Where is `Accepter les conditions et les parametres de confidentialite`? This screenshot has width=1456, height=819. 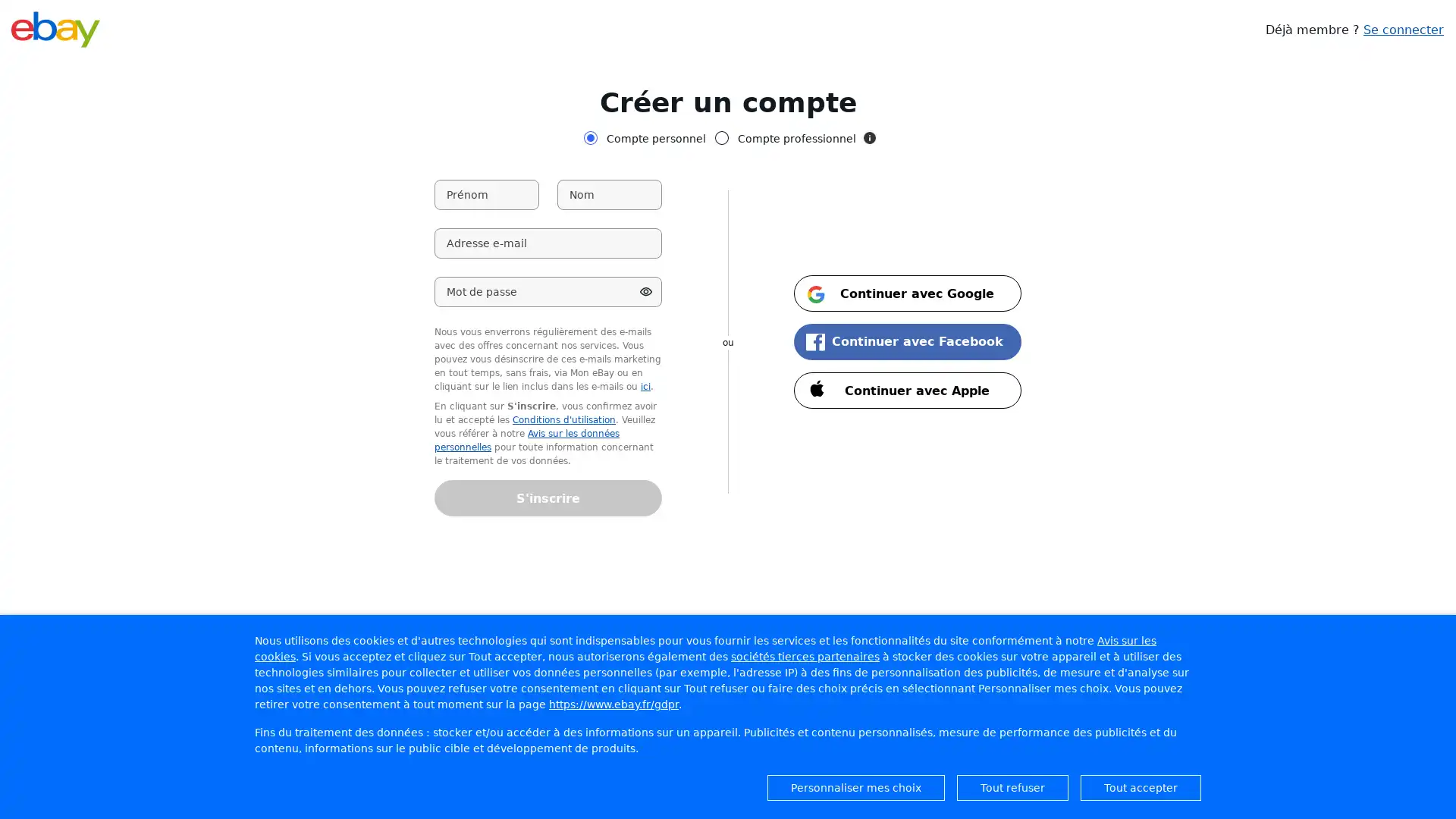 Accepter les conditions et les parametres de confidentialite is located at coordinates (1141, 786).